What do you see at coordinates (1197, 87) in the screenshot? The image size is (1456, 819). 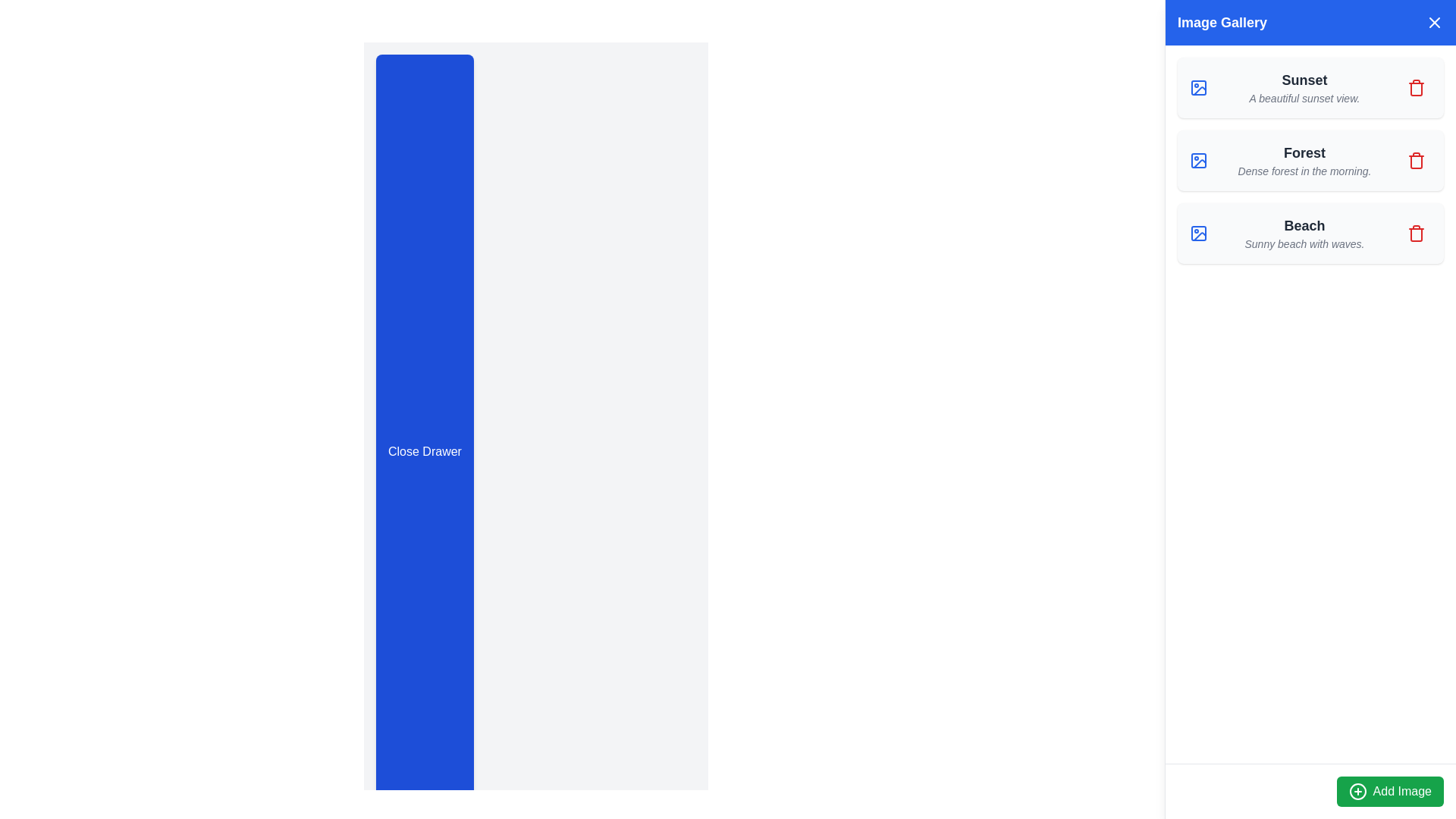 I see `the SVG graphical element representing the image placeholder for the first entry titled 'Sunset' in the 'Image Gallery' section to interact with the associated image` at bounding box center [1197, 87].